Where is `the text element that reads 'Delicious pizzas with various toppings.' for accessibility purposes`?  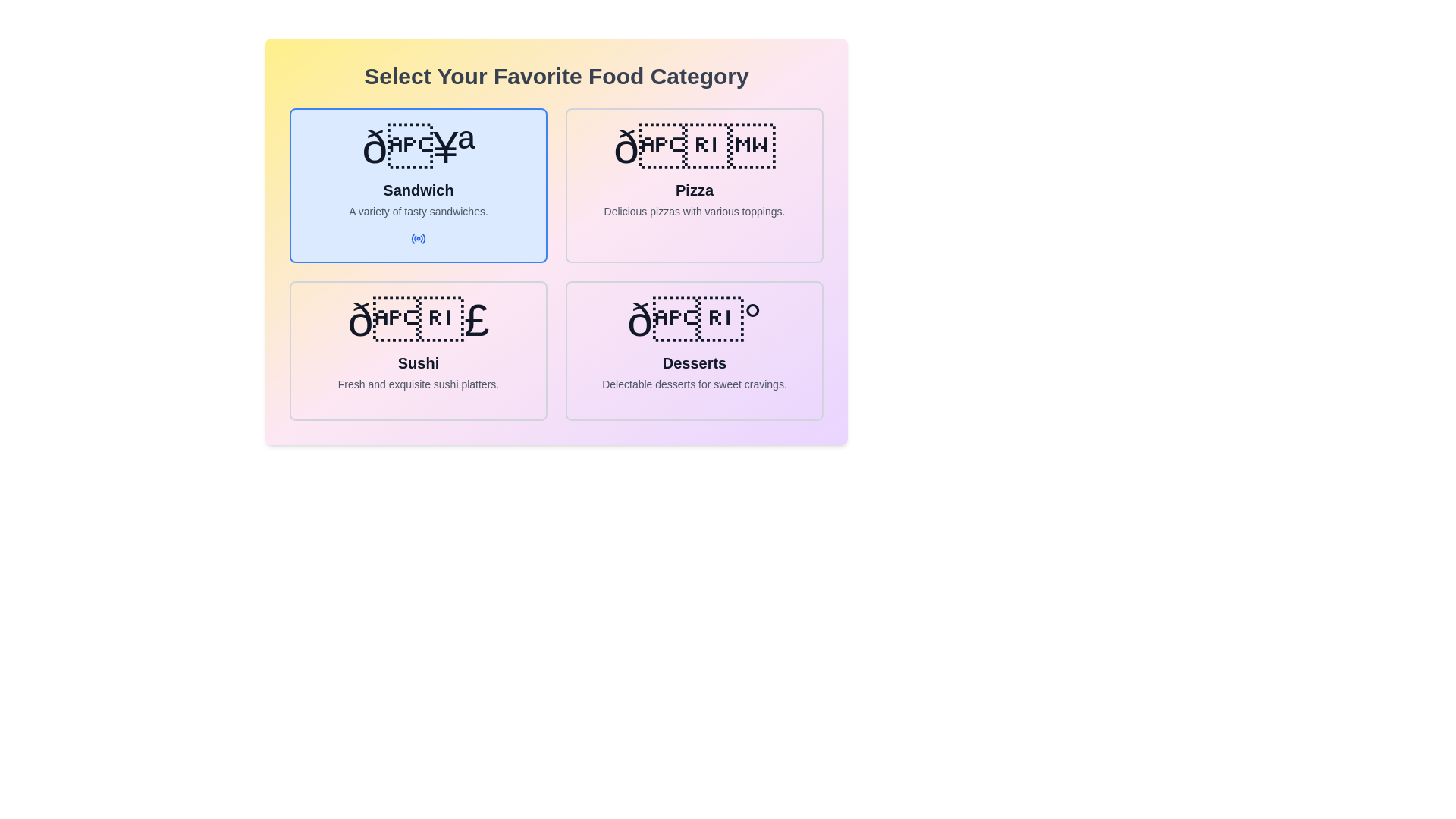 the text element that reads 'Delicious pizzas with various toppings.' for accessibility purposes is located at coordinates (694, 211).